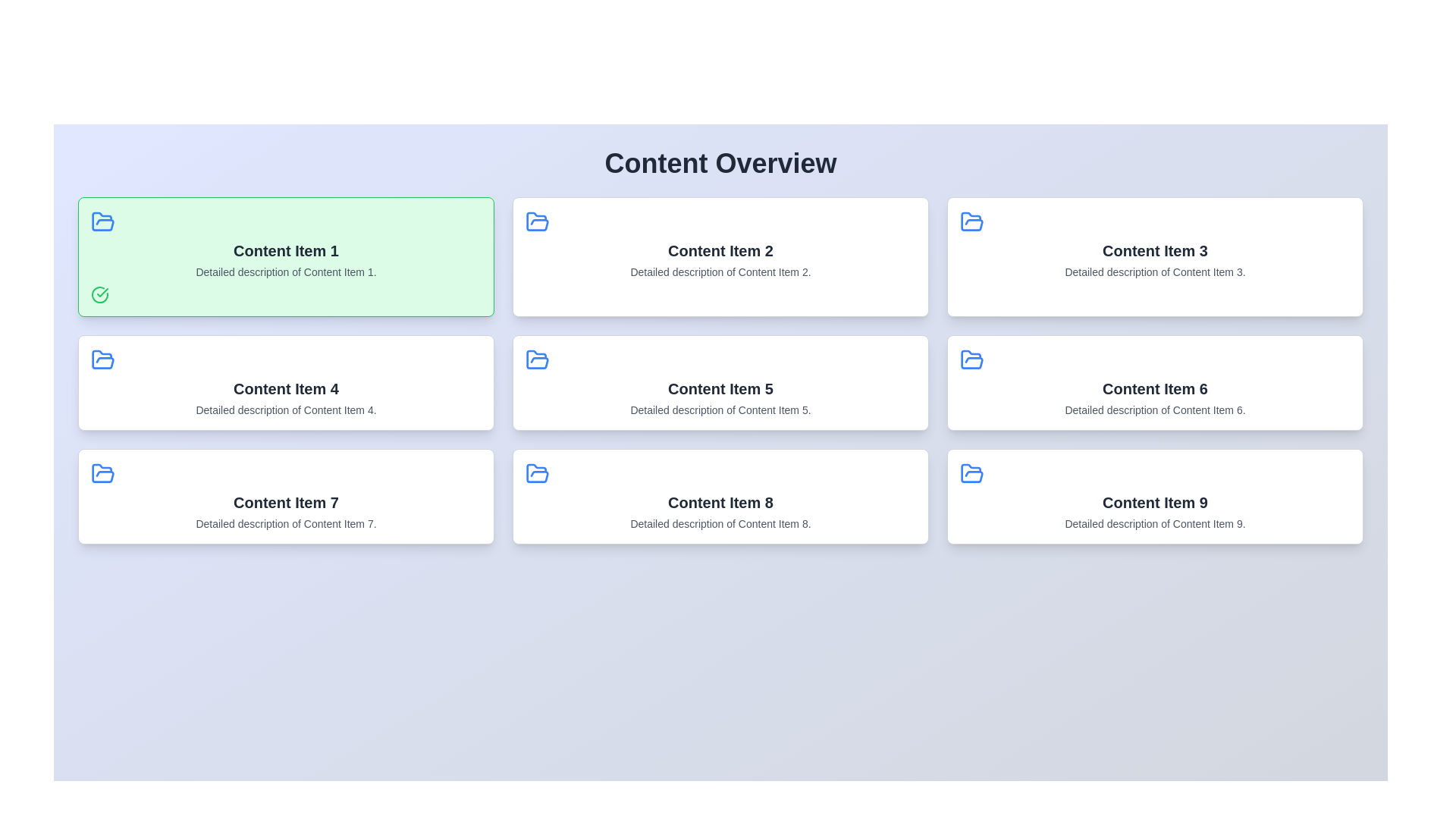 The height and width of the screenshot is (819, 1456). What do you see at coordinates (102, 359) in the screenshot?
I see `the icon representing content storage or organization located in the upper-left corner of the 'Content Item 4' box, which is the second card in the left column of the content grid` at bounding box center [102, 359].